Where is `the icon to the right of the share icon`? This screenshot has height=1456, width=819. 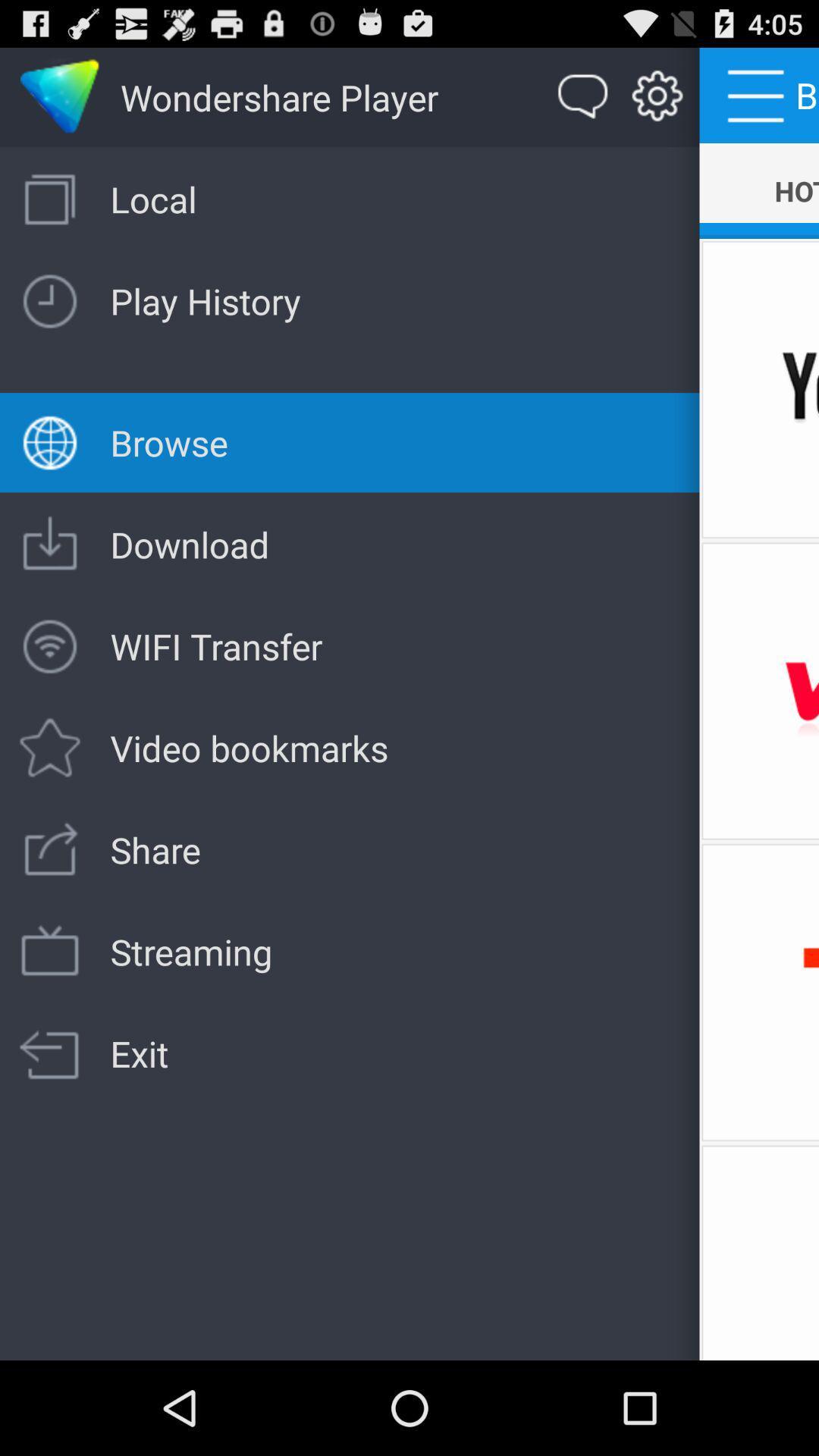 the icon to the right of the share icon is located at coordinates (759, 992).